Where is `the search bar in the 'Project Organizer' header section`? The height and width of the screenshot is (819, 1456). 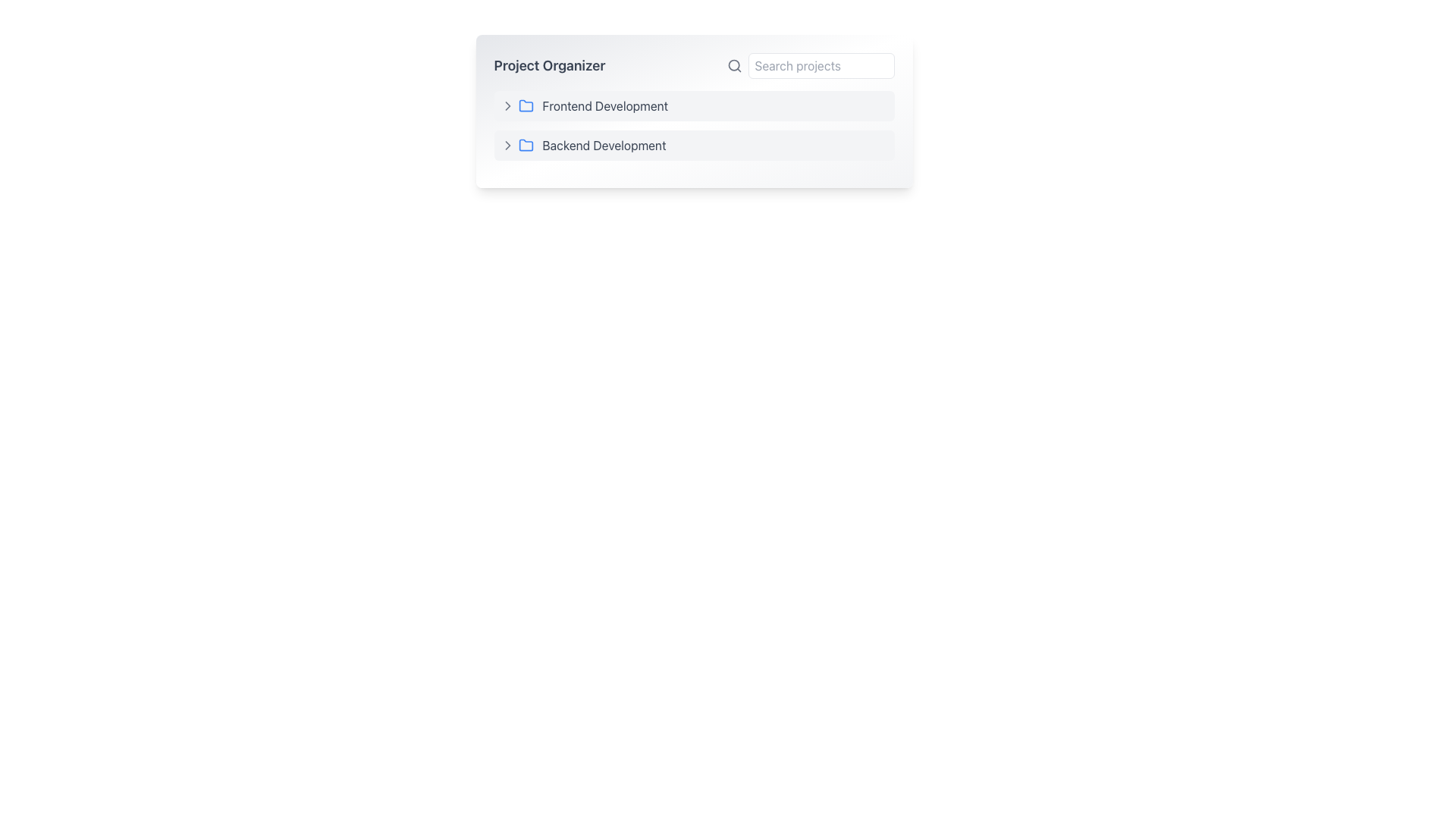
the search bar in the 'Project Organizer' header section is located at coordinates (810, 65).